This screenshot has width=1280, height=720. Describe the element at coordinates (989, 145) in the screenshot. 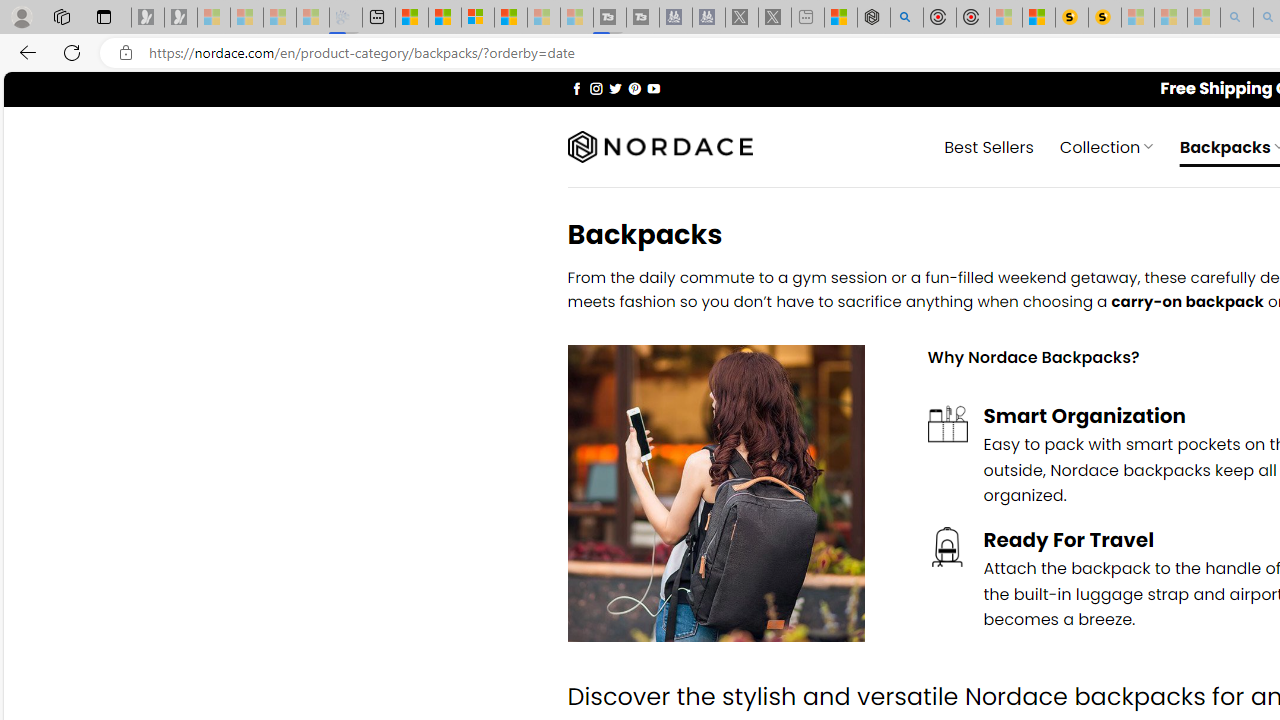

I see `' Best Sellers'` at that location.